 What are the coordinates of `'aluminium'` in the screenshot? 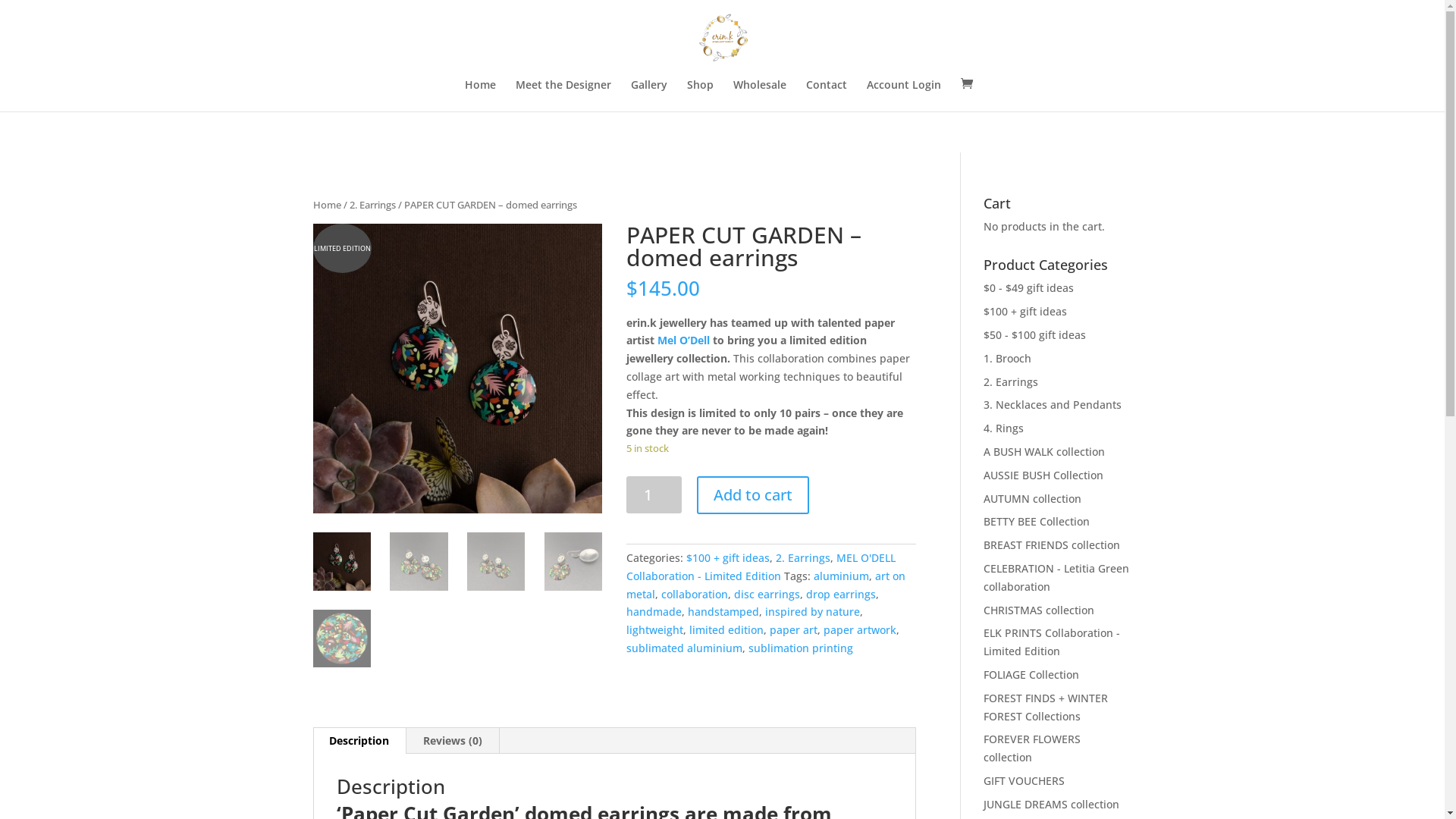 It's located at (813, 576).